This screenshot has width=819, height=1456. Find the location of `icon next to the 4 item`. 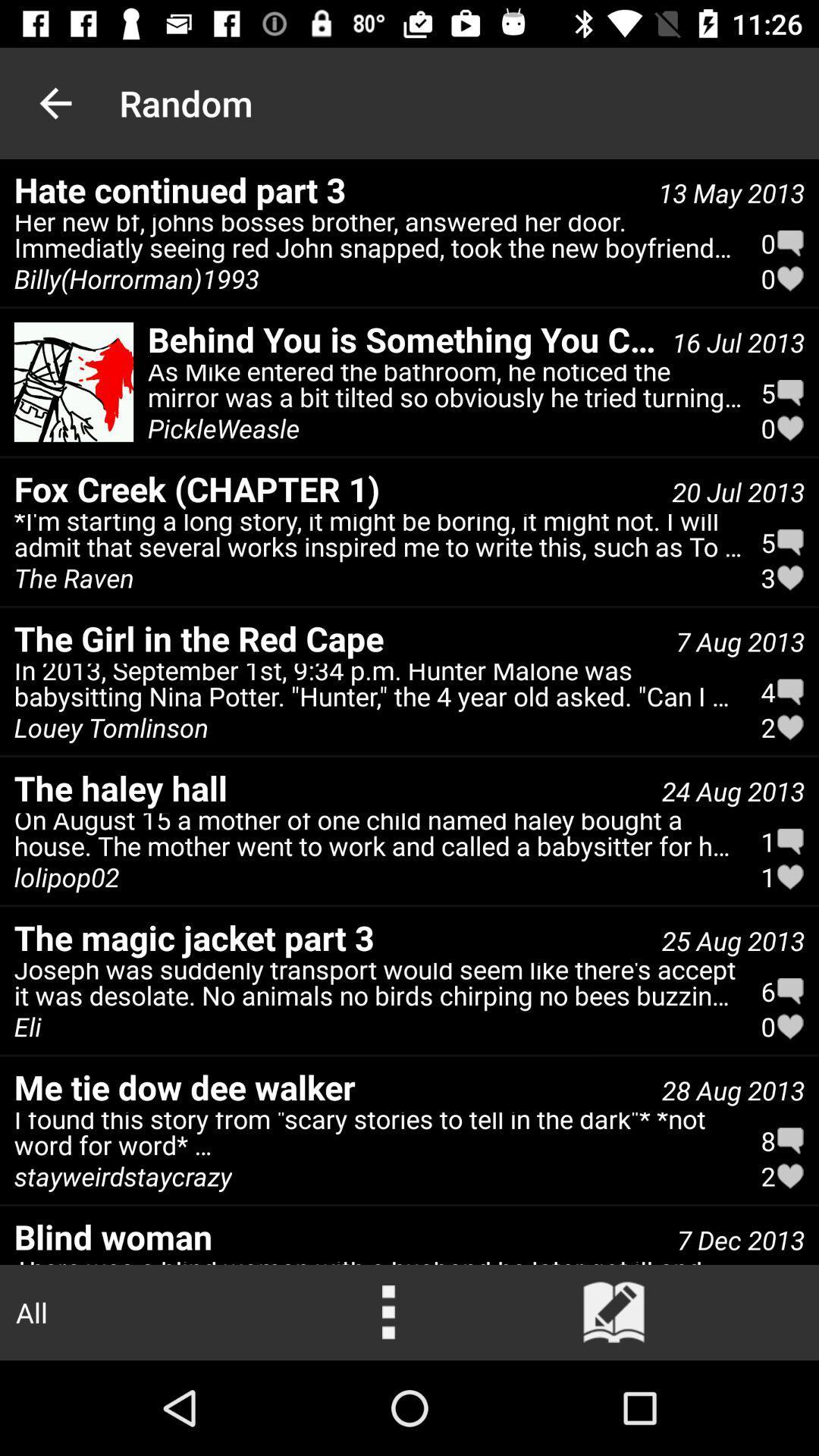

icon next to the 4 item is located at coordinates (110, 726).